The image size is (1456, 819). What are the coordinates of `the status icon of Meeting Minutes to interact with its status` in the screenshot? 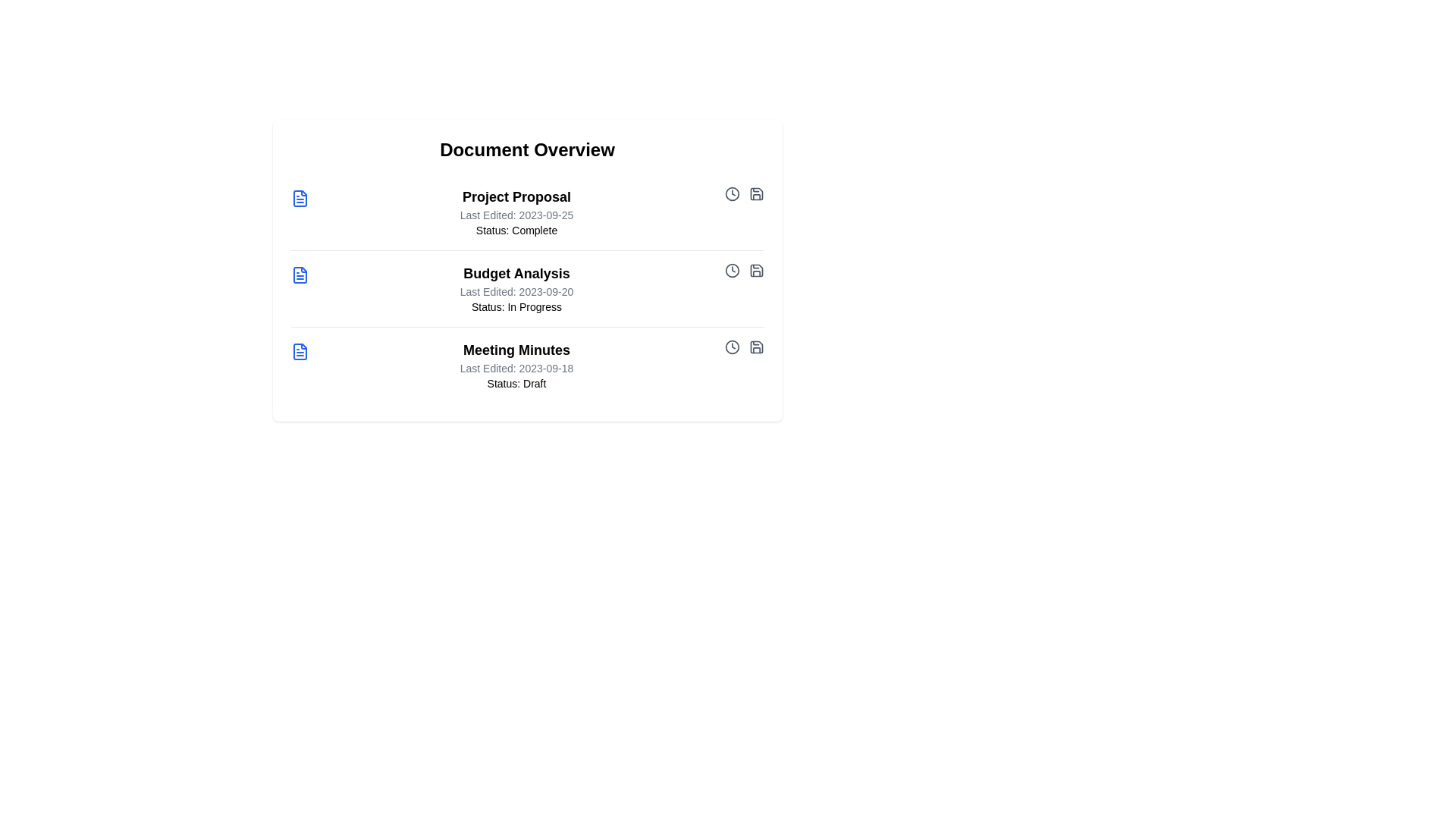 It's located at (732, 347).